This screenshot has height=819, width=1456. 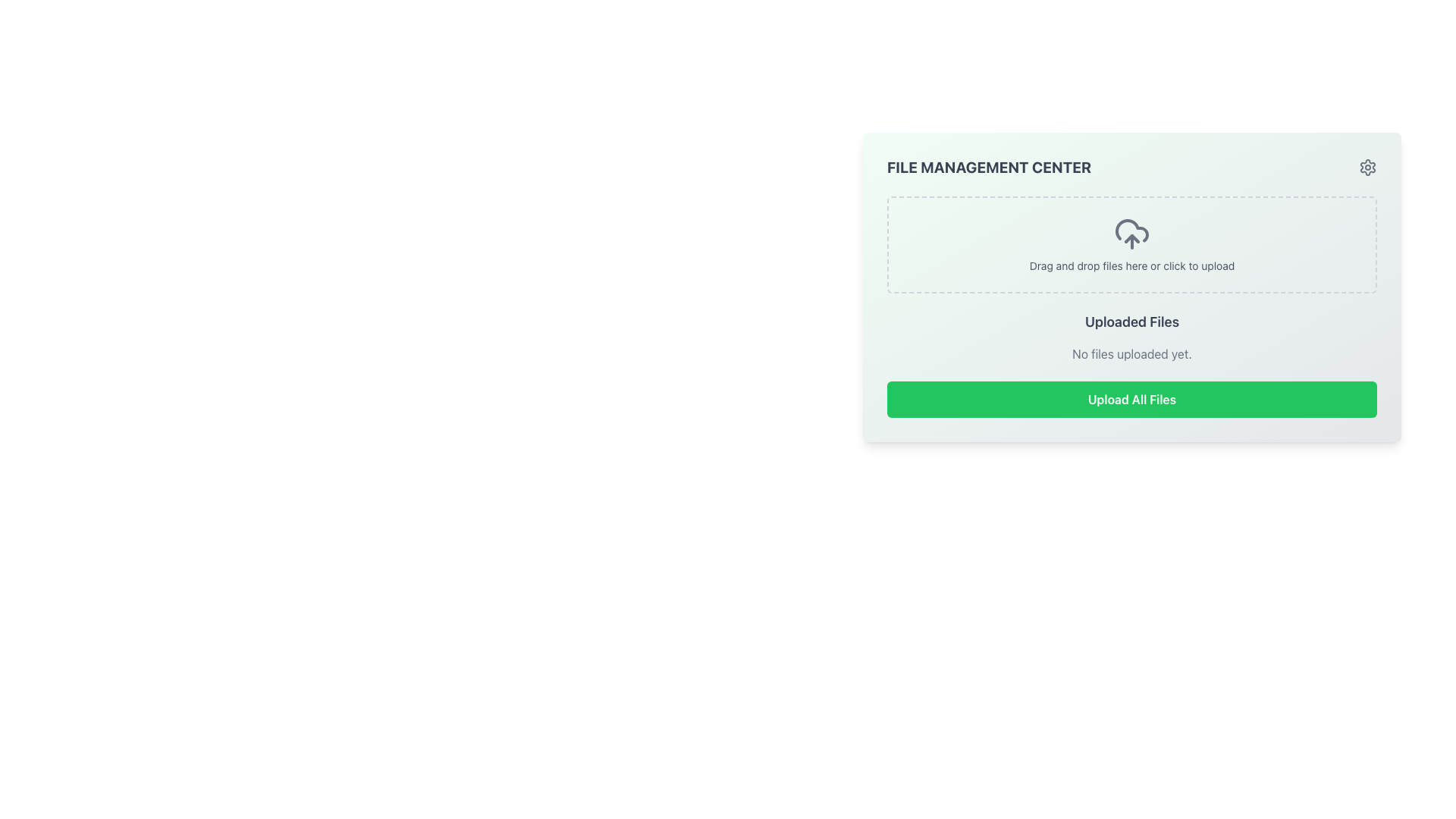 I want to click on and drop files into the transparent file input field located at the center of the file upload zone marked with dashed borders, so click(x=1131, y=244).